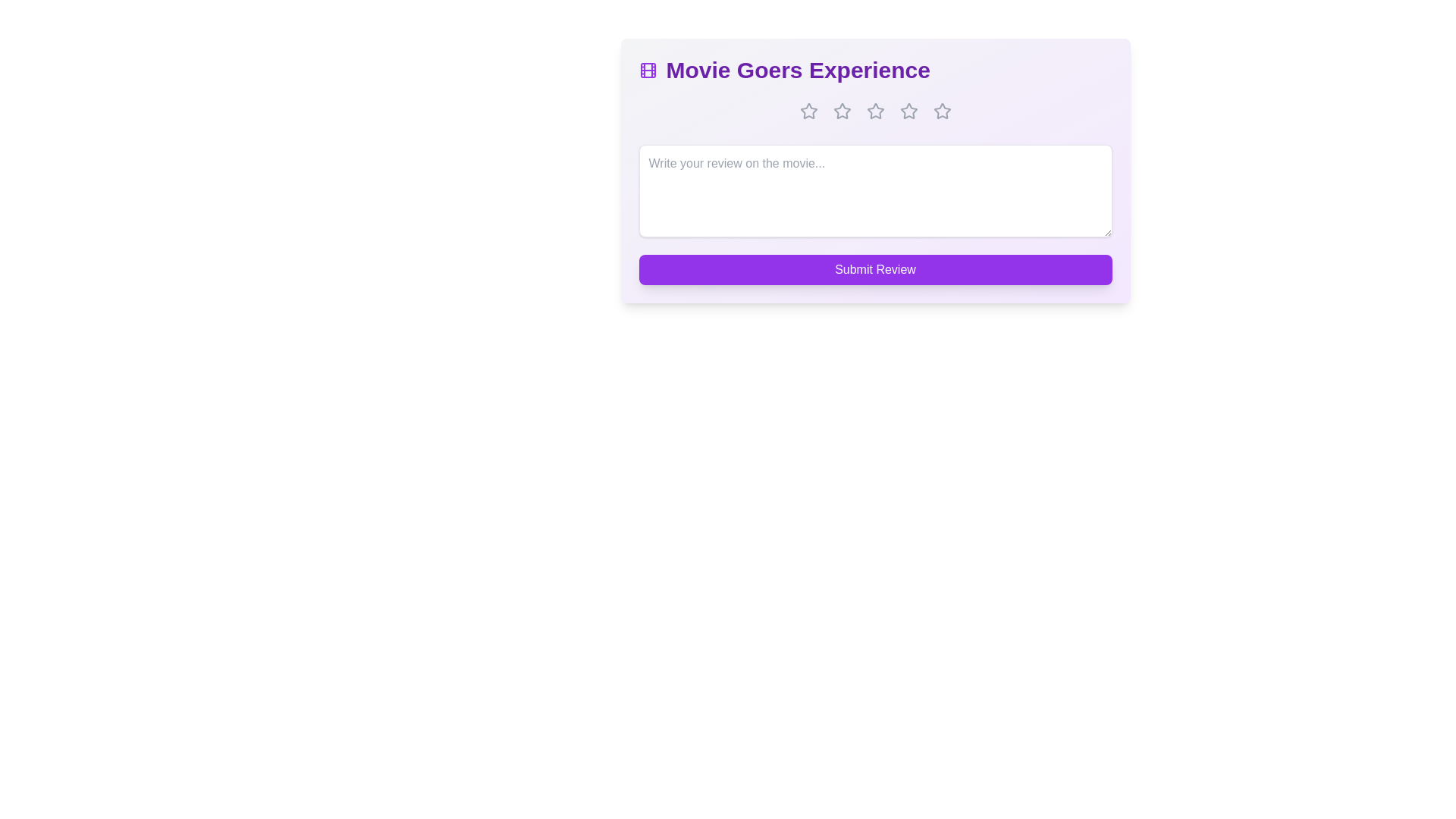 The height and width of the screenshot is (819, 1456). What do you see at coordinates (875, 110) in the screenshot?
I see `the star corresponding to 3 stars to set the rating` at bounding box center [875, 110].